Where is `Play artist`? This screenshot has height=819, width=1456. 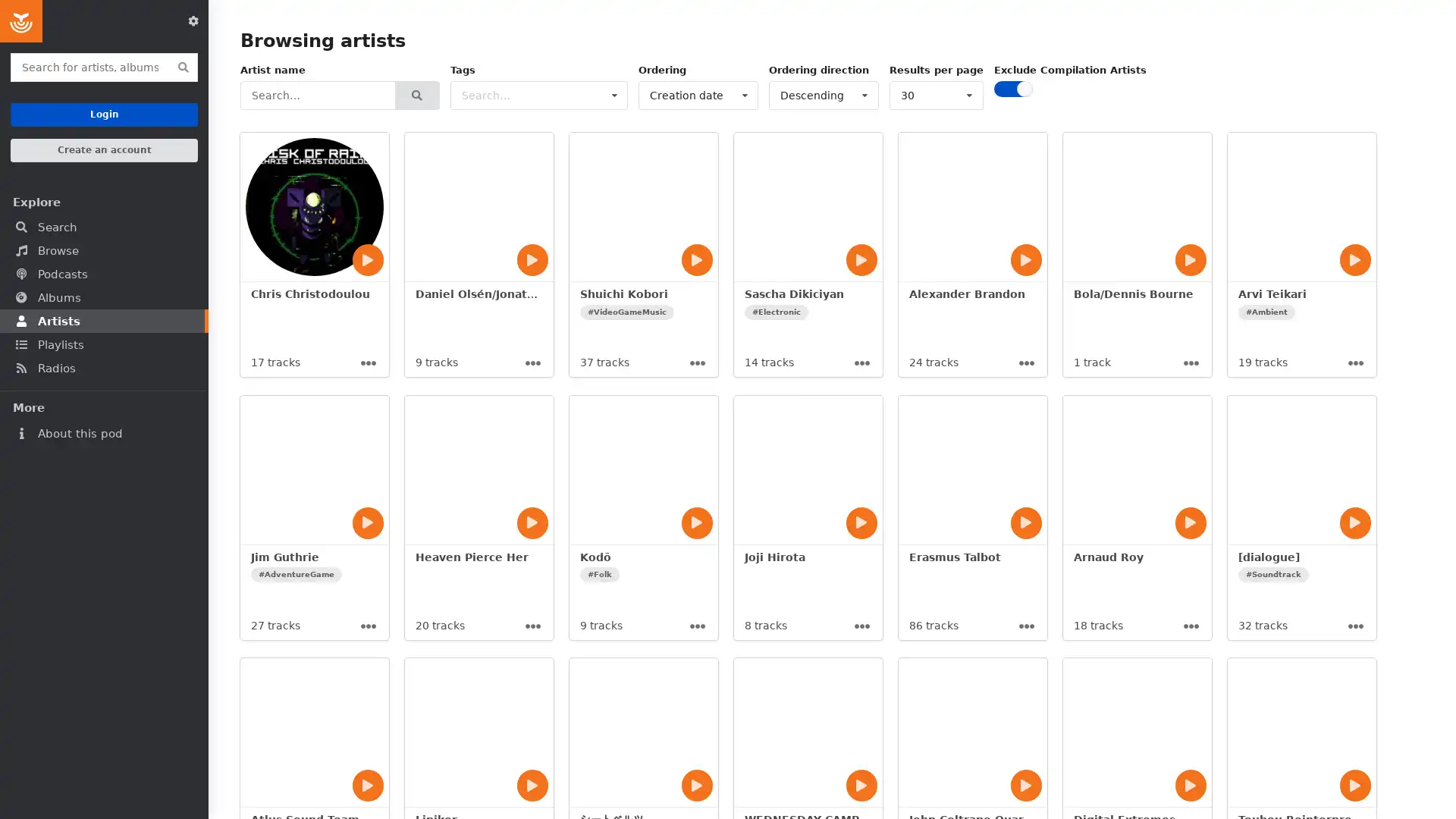
Play artist is located at coordinates (367, 785).